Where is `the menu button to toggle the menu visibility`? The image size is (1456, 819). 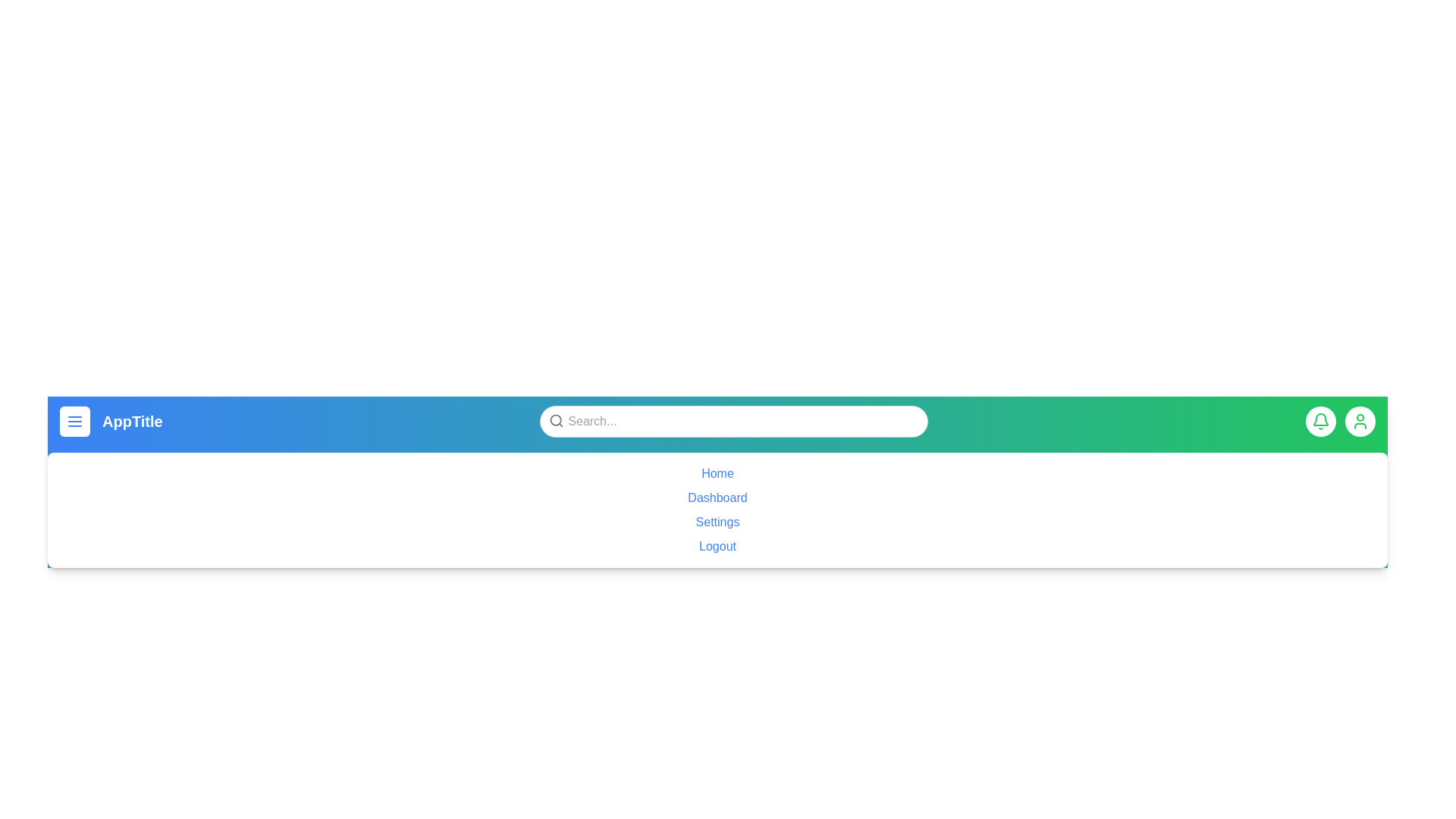
the menu button to toggle the menu visibility is located at coordinates (74, 421).